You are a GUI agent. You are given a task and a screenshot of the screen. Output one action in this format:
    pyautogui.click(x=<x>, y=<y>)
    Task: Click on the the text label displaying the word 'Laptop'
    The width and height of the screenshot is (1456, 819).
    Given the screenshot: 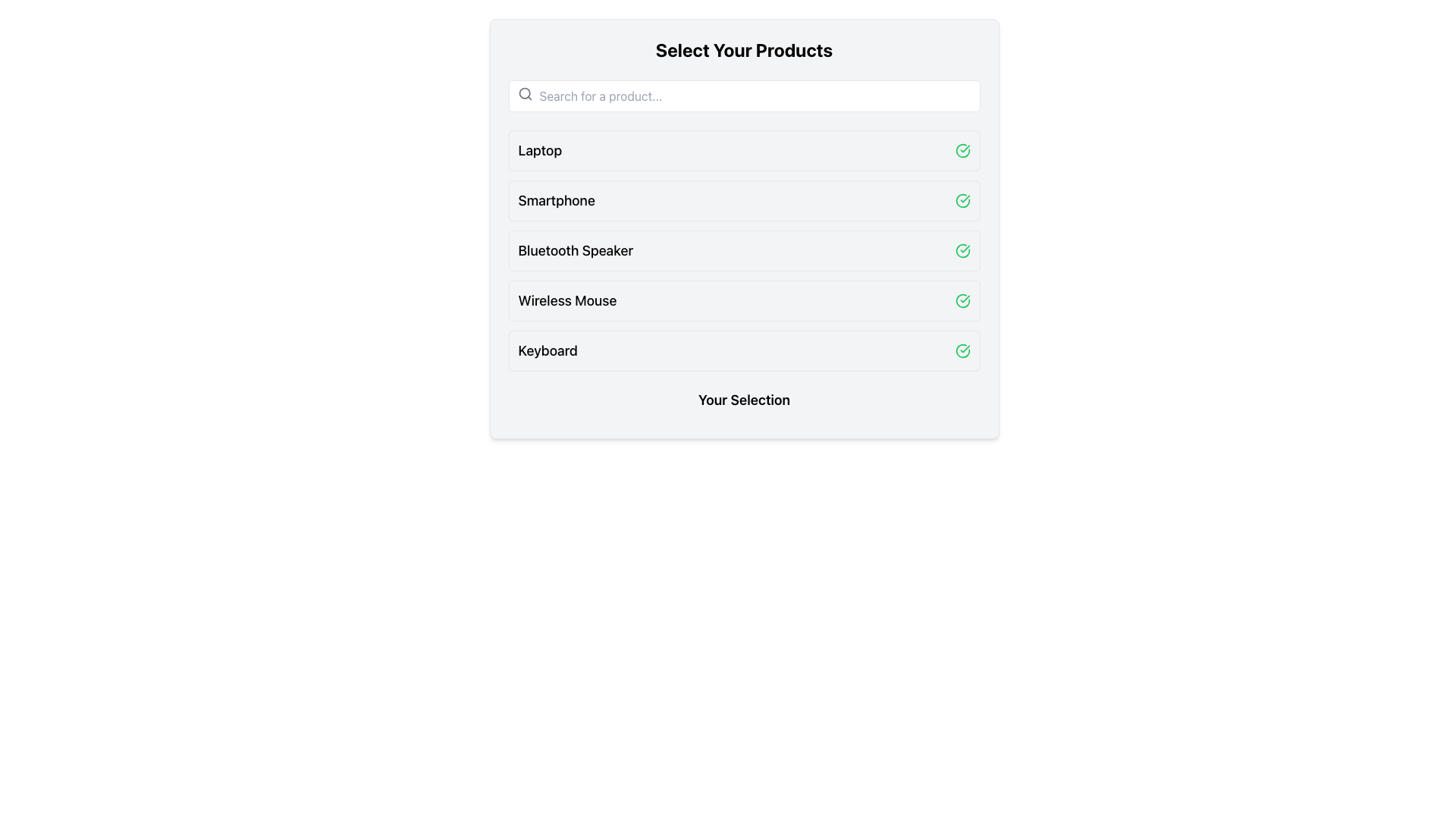 What is the action you would take?
    pyautogui.click(x=540, y=151)
    